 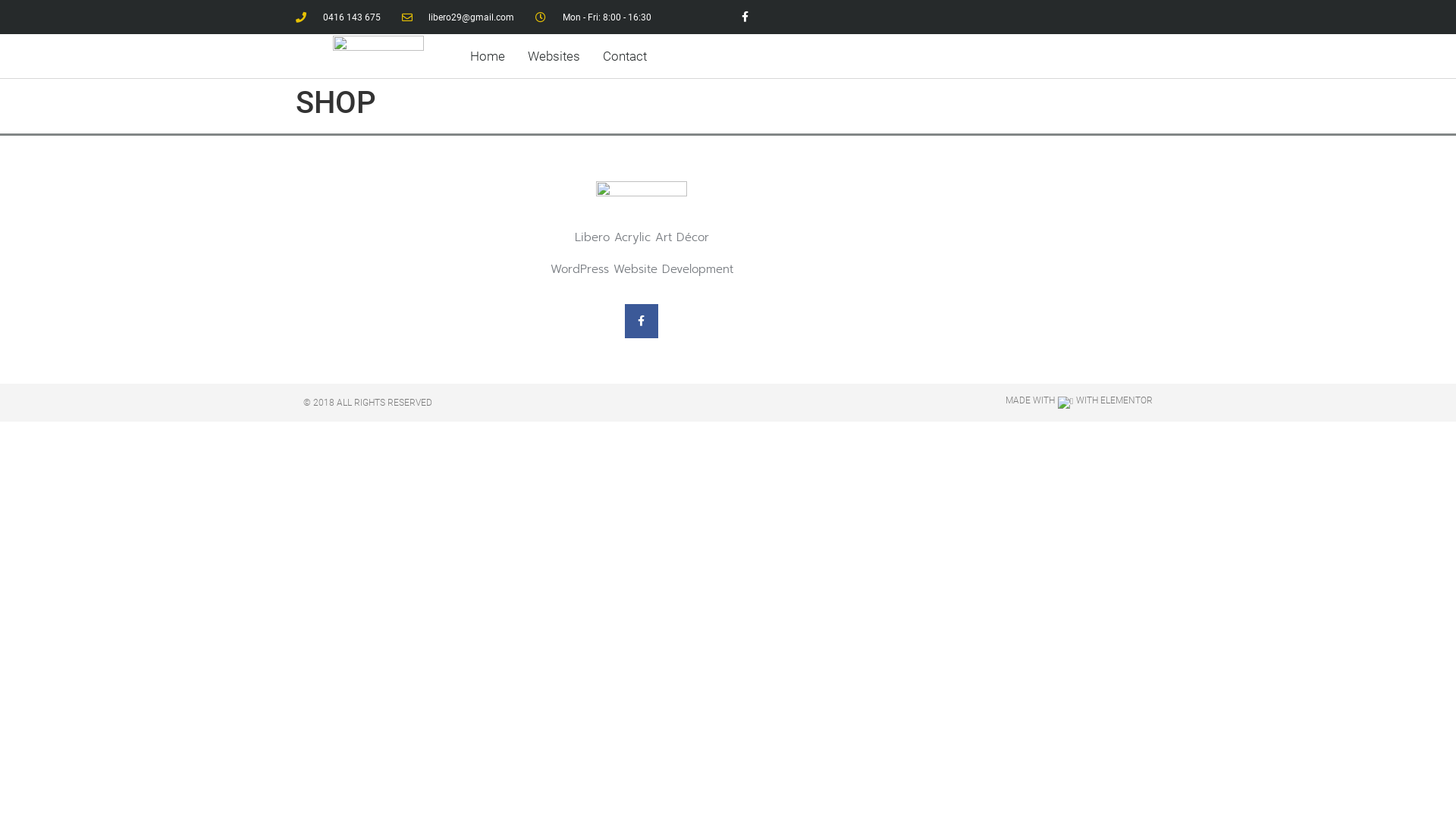 What do you see at coordinates (519, 55) in the screenshot?
I see `'Websites'` at bounding box center [519, 55].